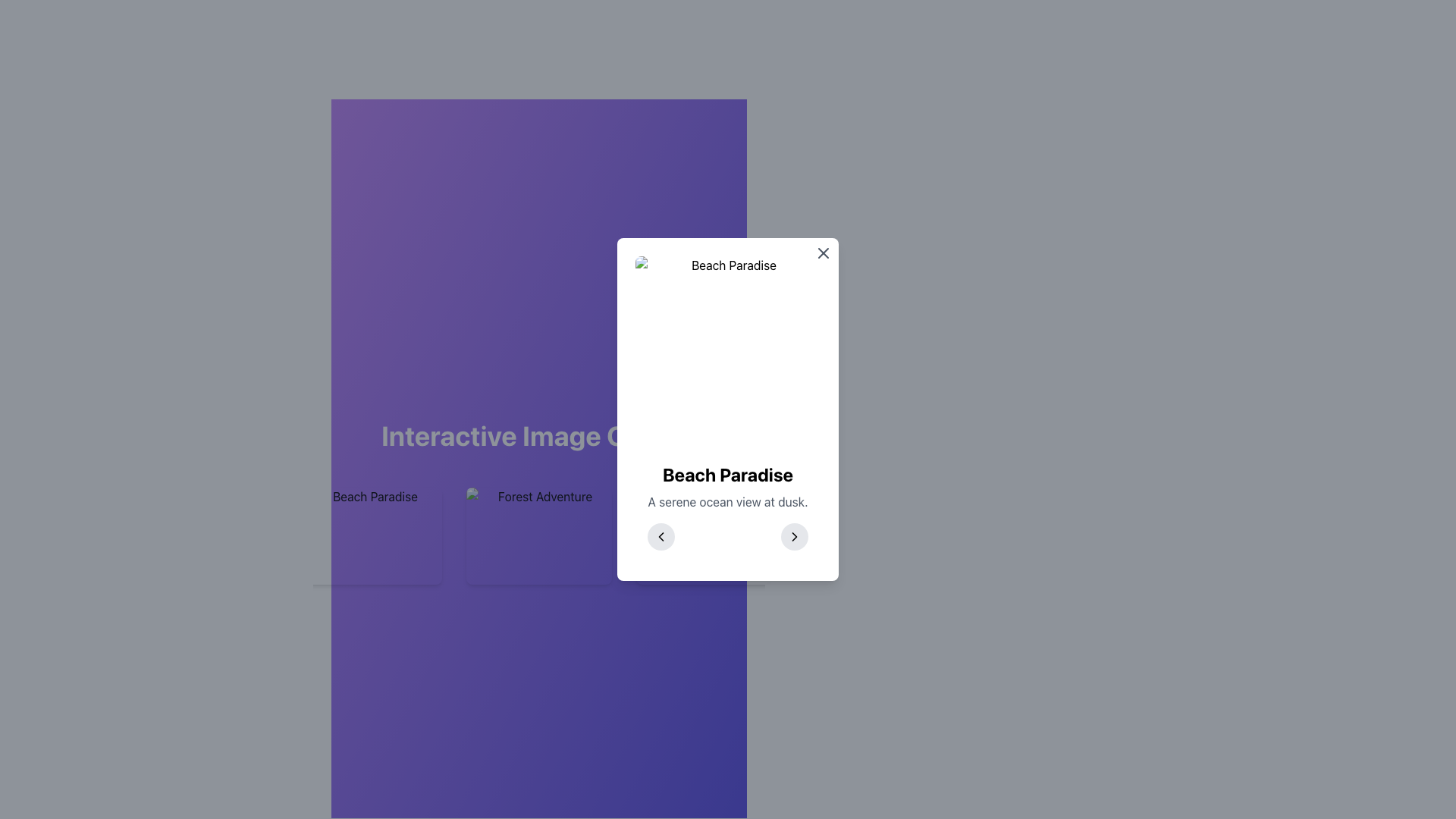  Describe the element at coordinates (793, 536) in the screenshot. I see `the chevron icon inside the circular button at the bottom-right corner of the 'Beach Paradise' card` at that location.